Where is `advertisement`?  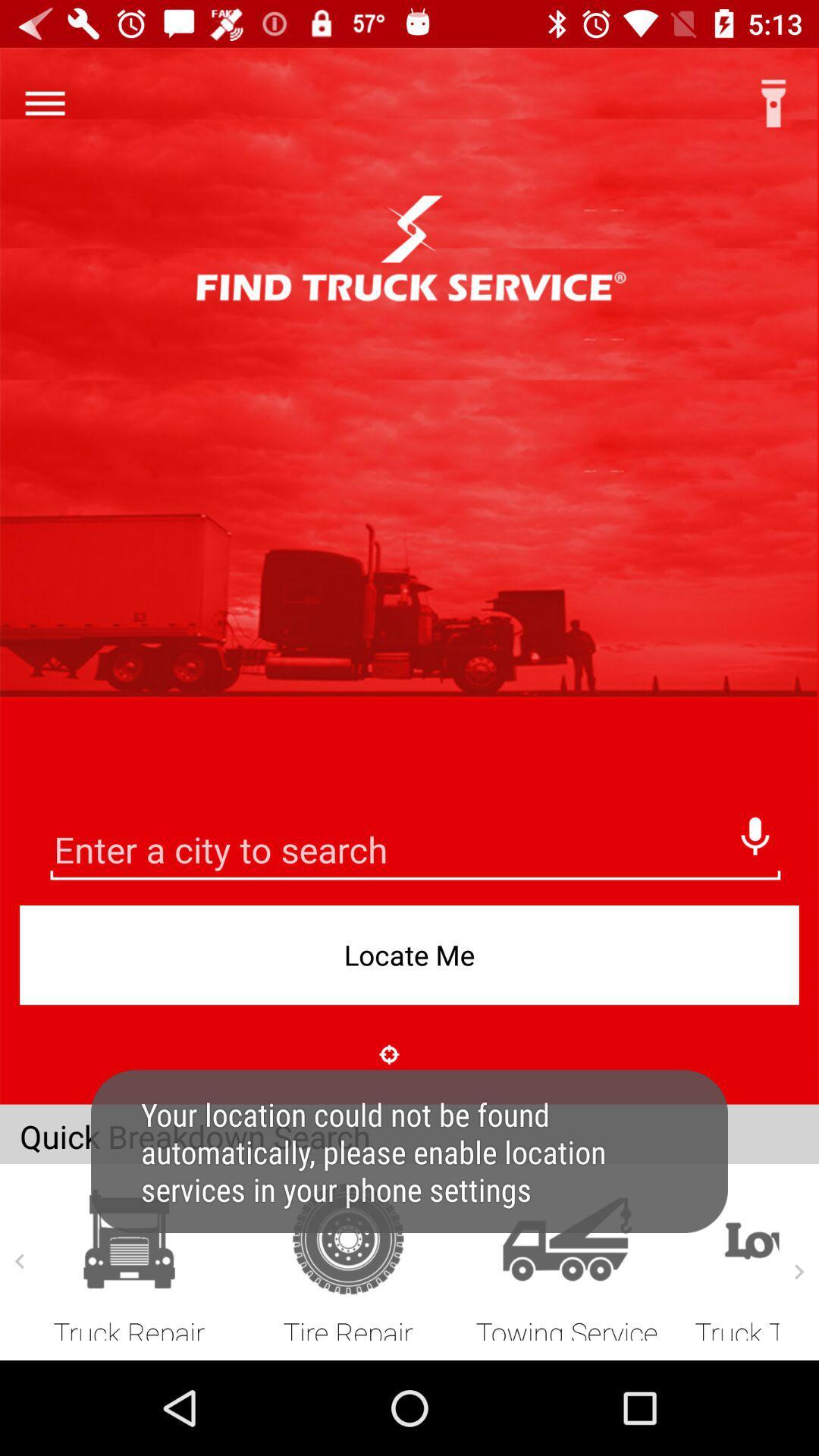 advertisement is located at coordinates (415, 852).